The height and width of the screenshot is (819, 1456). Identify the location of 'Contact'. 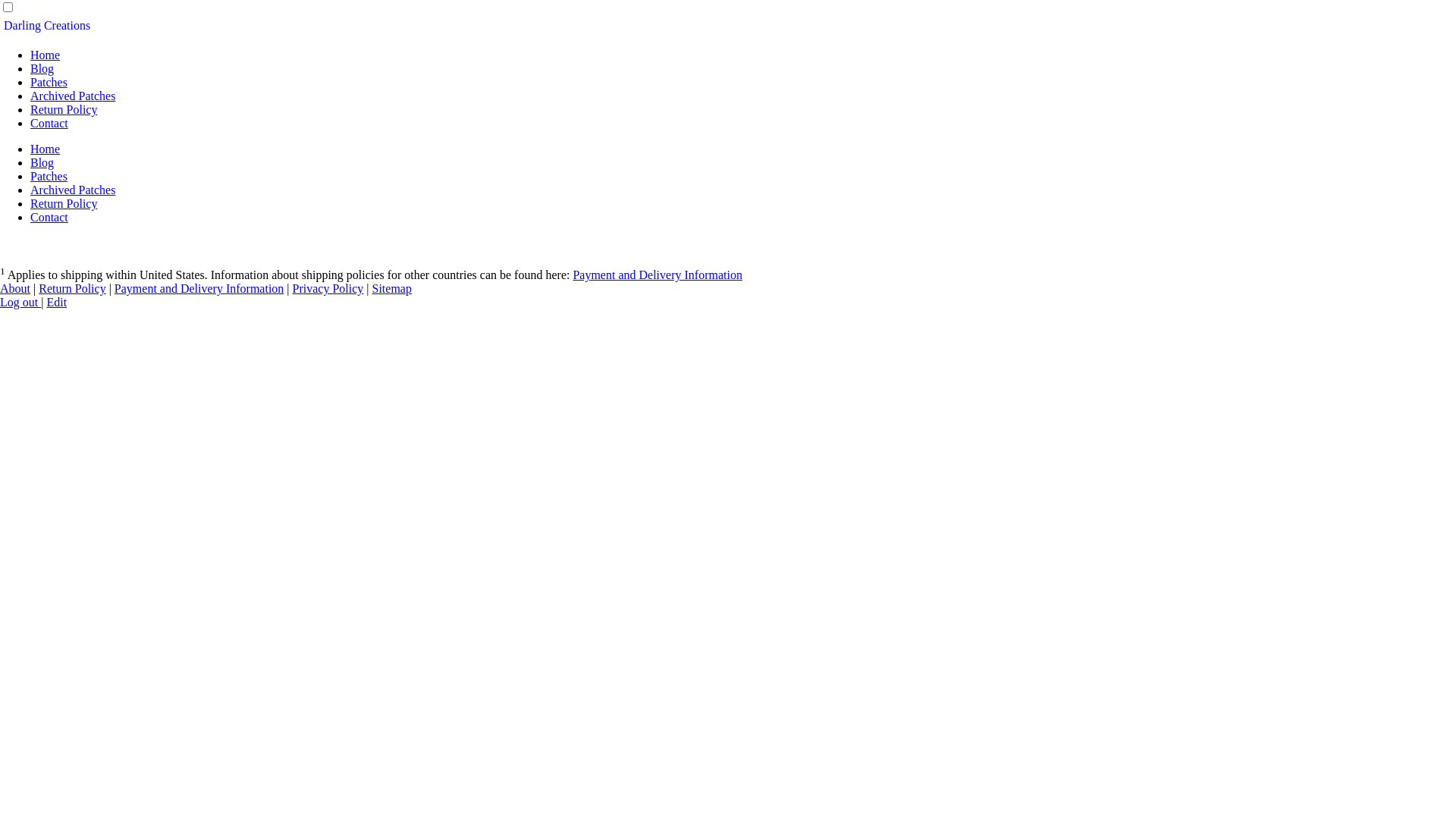
(49, 217).